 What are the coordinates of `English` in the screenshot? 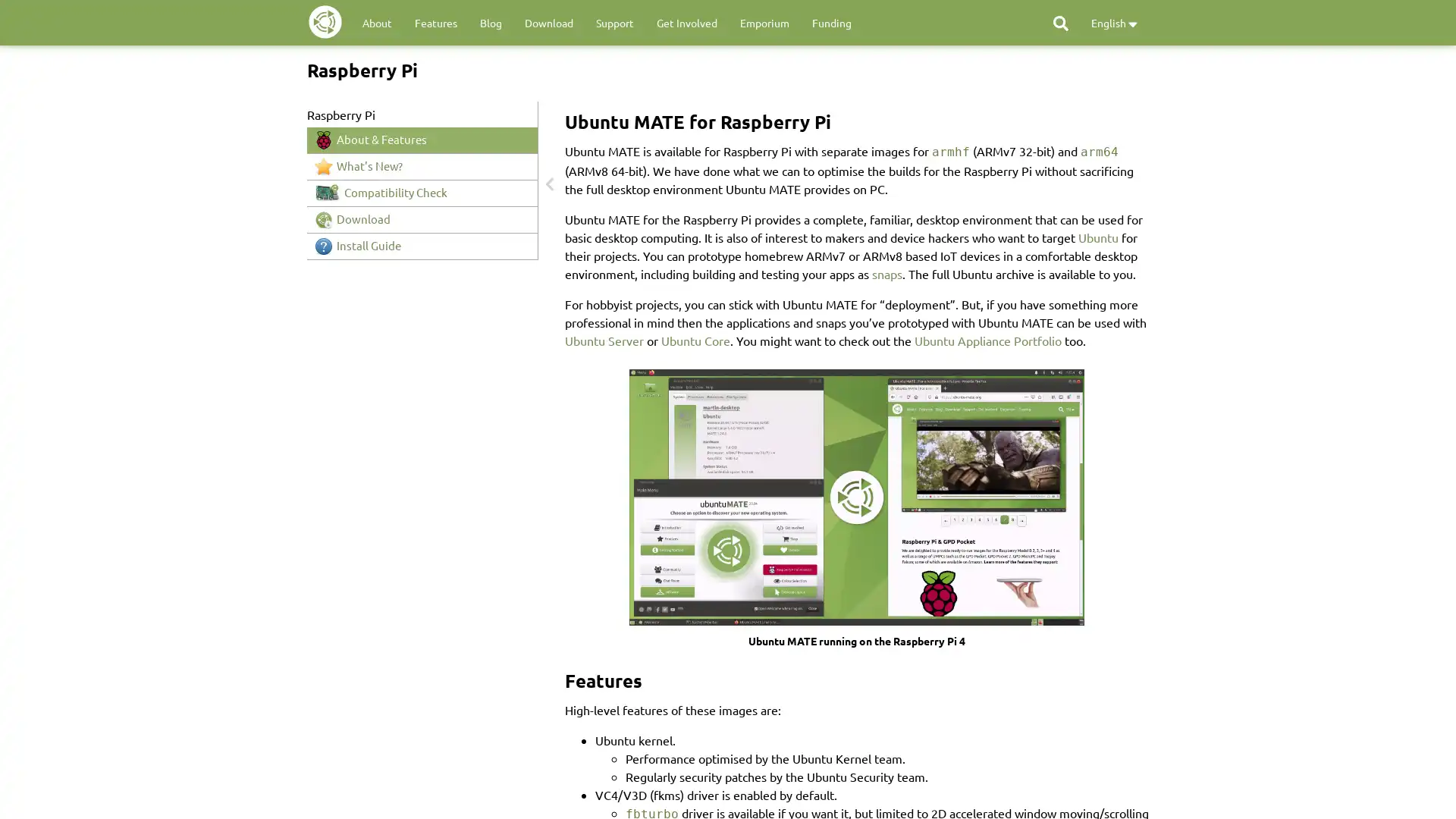 It's located at (1113, 23).